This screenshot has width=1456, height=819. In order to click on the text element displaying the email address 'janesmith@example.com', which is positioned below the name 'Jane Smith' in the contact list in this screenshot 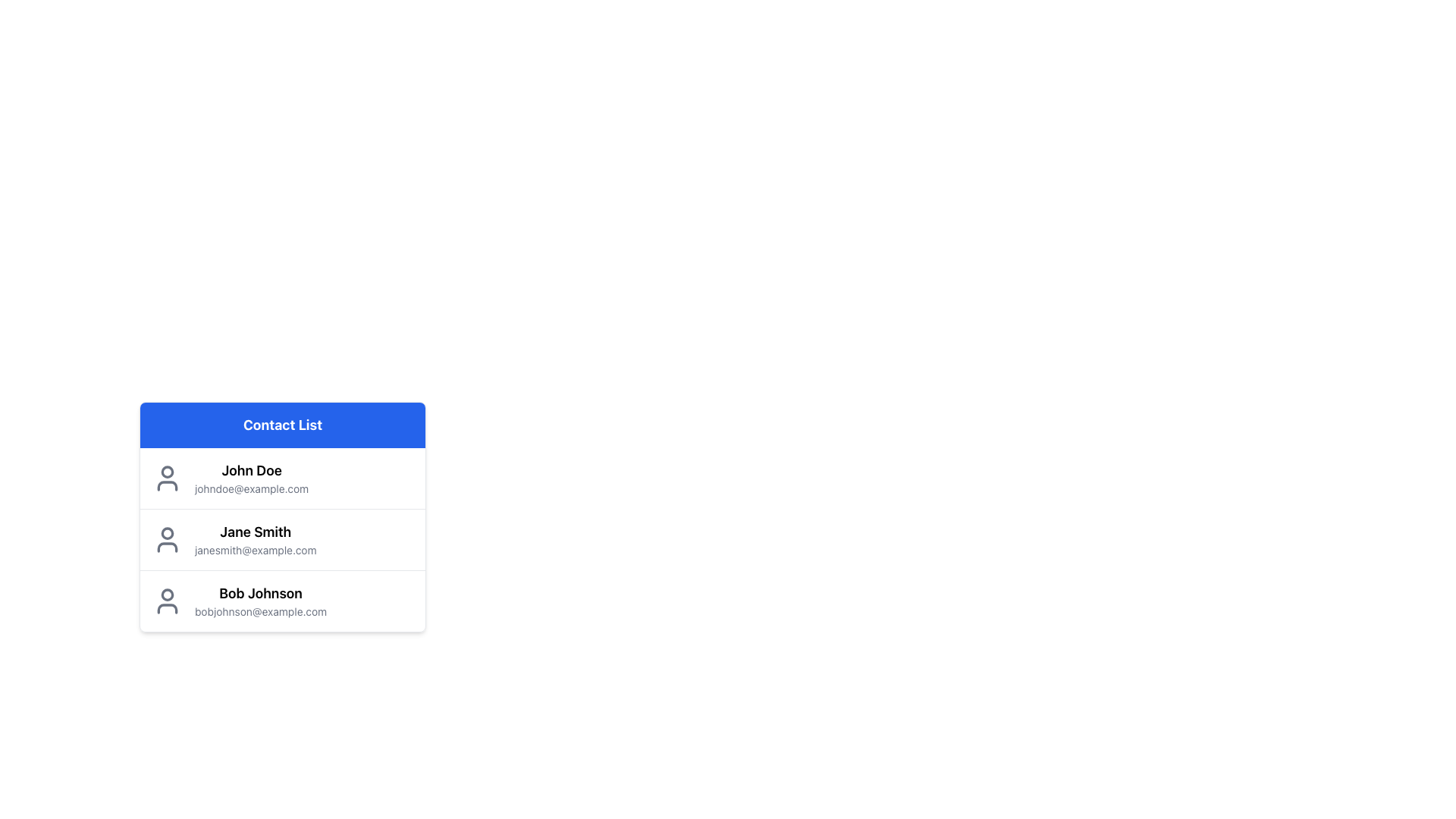, I will do `click(256, 550)`.